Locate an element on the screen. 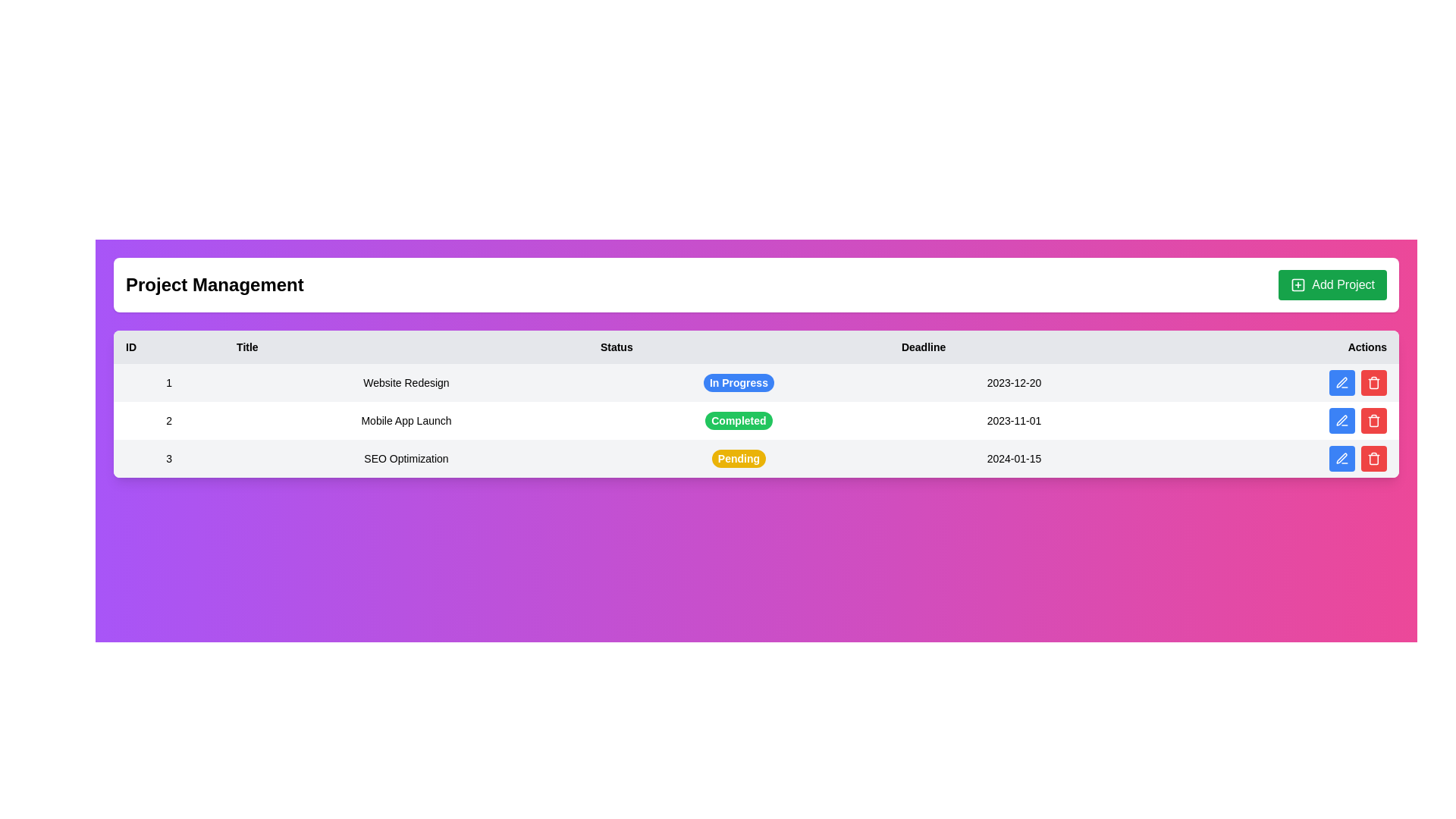 This screenshot has height=819, width=1456. the 'Pending' status indicator button for the project 'SEO Optimization' located in the third row of the table under the 'Status' column is located at coordinates (739, 458).